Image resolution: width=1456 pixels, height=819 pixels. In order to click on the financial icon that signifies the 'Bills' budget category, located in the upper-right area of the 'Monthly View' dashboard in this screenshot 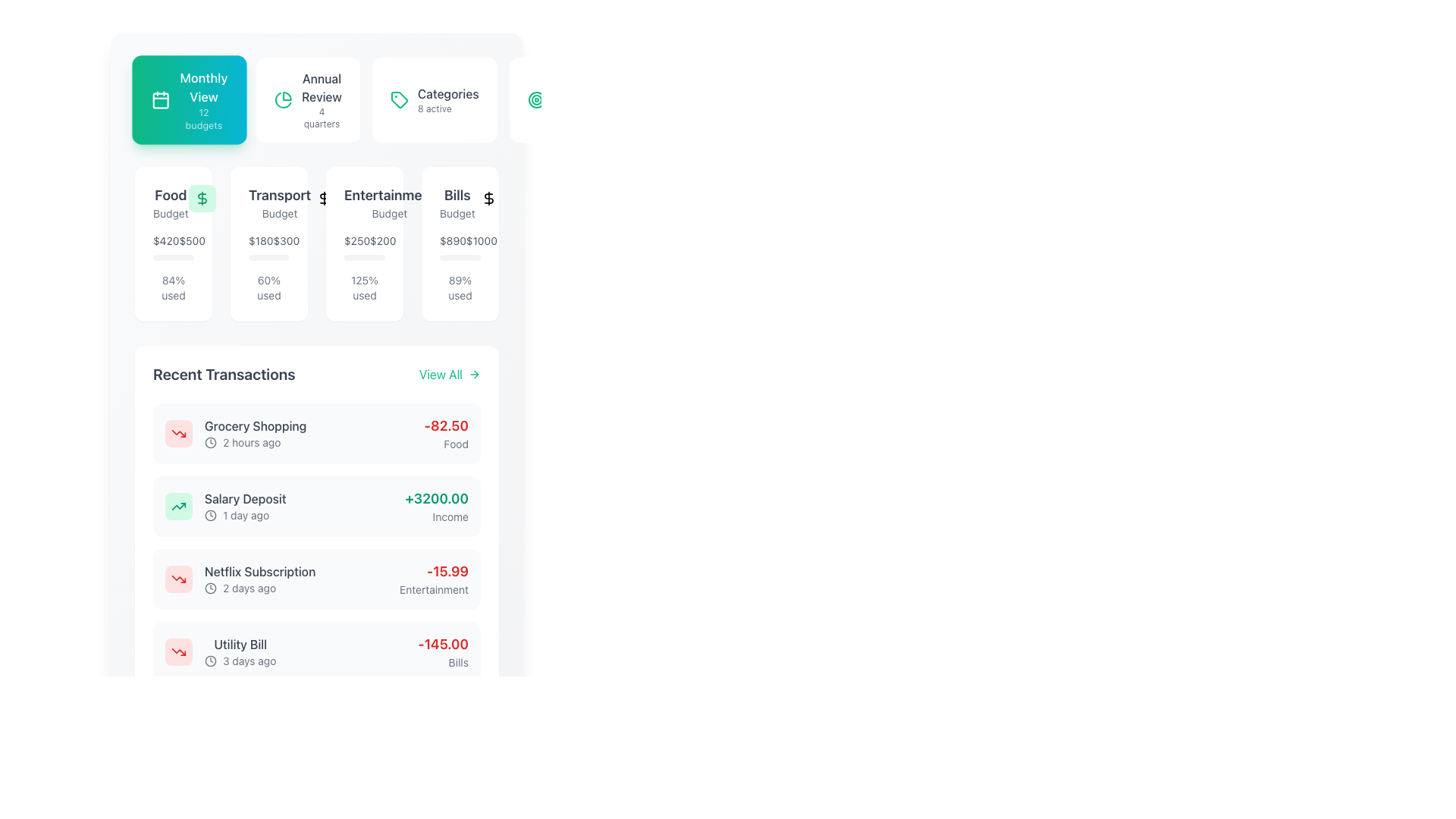, I will do `click(447, 198)`.